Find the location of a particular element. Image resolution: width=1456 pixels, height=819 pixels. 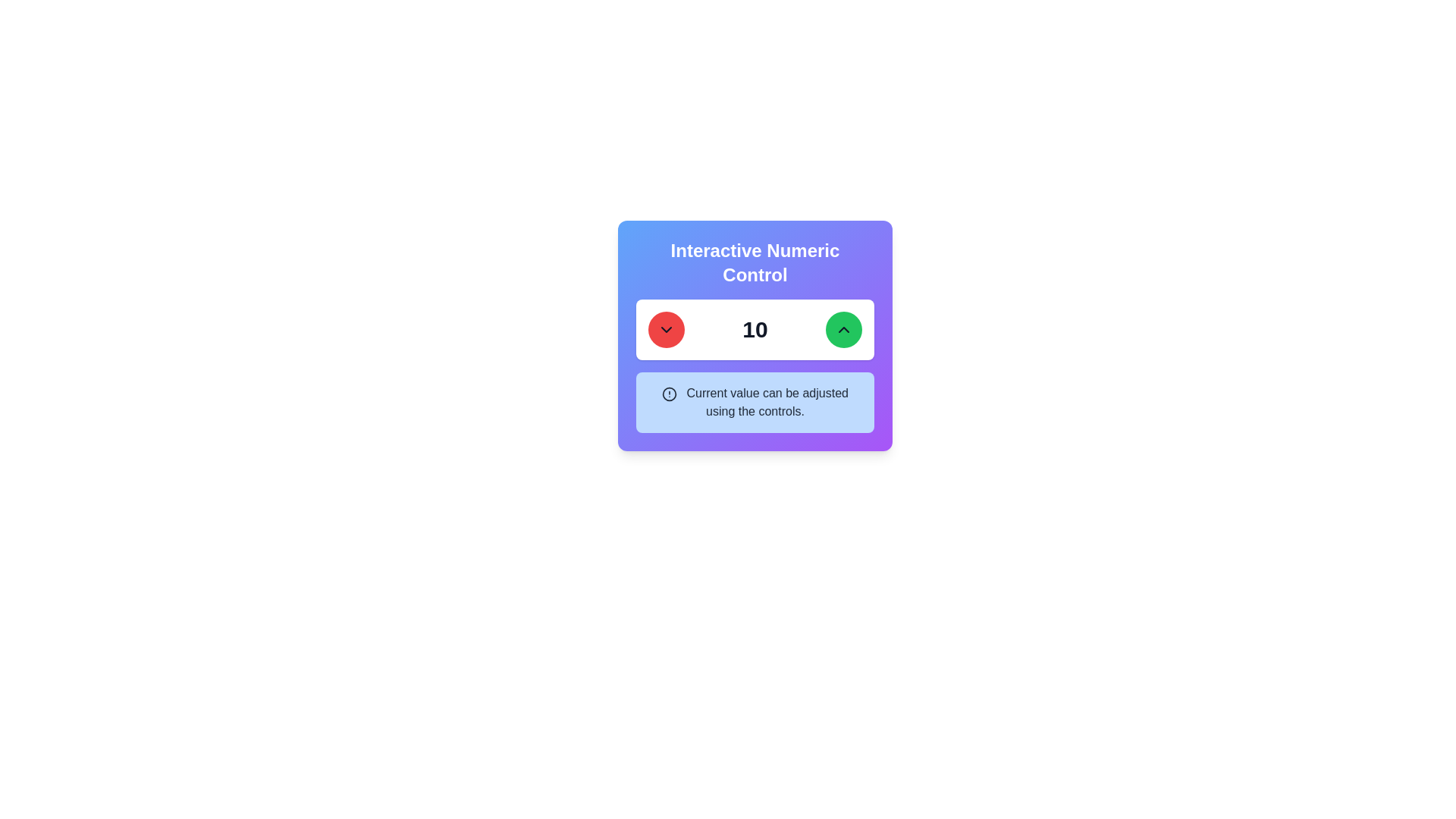

the circular marker icon, which features a bold ring and a centered dot, located towards the bottom section of the panel is located at coordinates (669, 393).